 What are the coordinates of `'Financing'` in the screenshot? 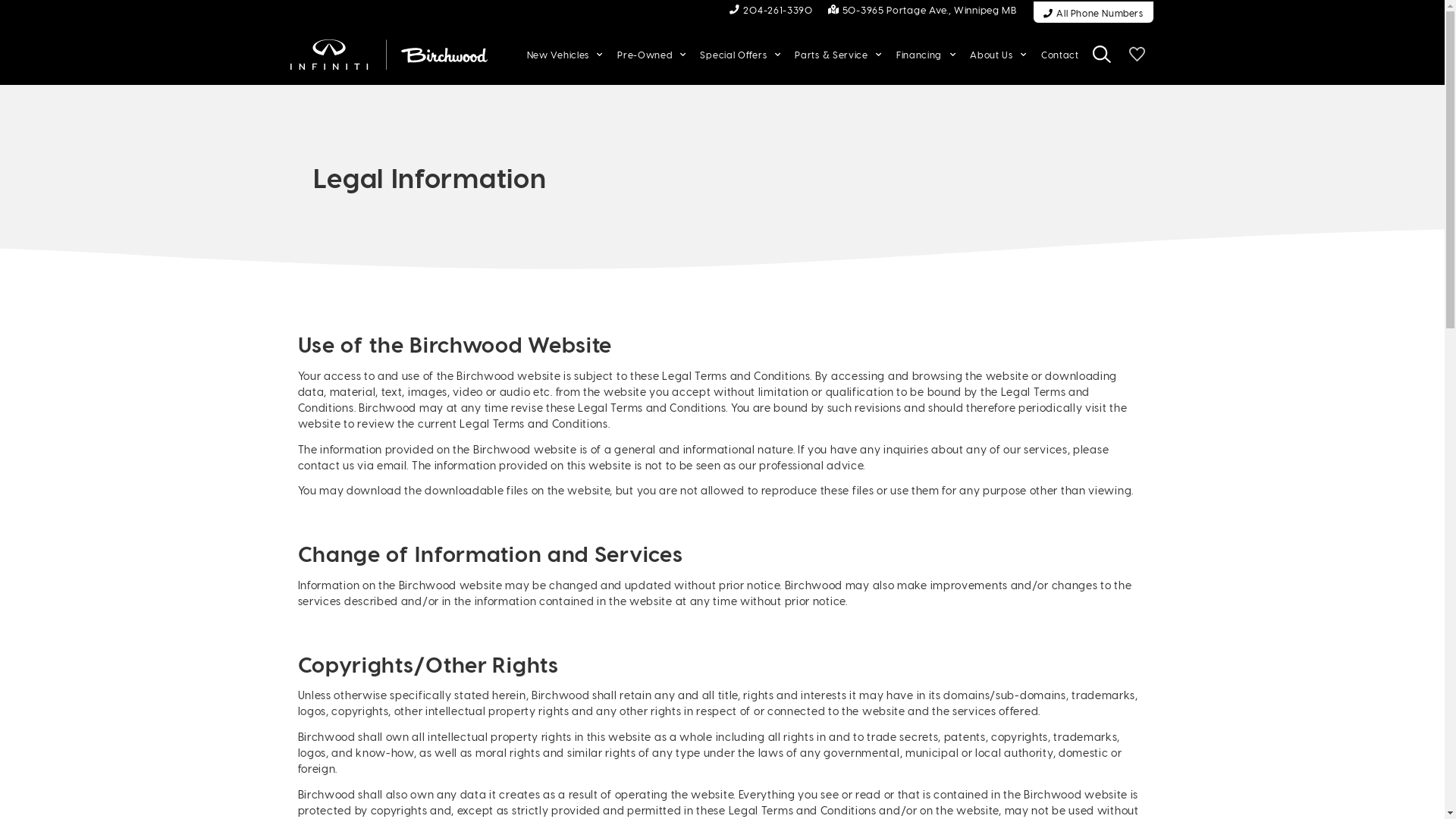 It's located at (891, 54).